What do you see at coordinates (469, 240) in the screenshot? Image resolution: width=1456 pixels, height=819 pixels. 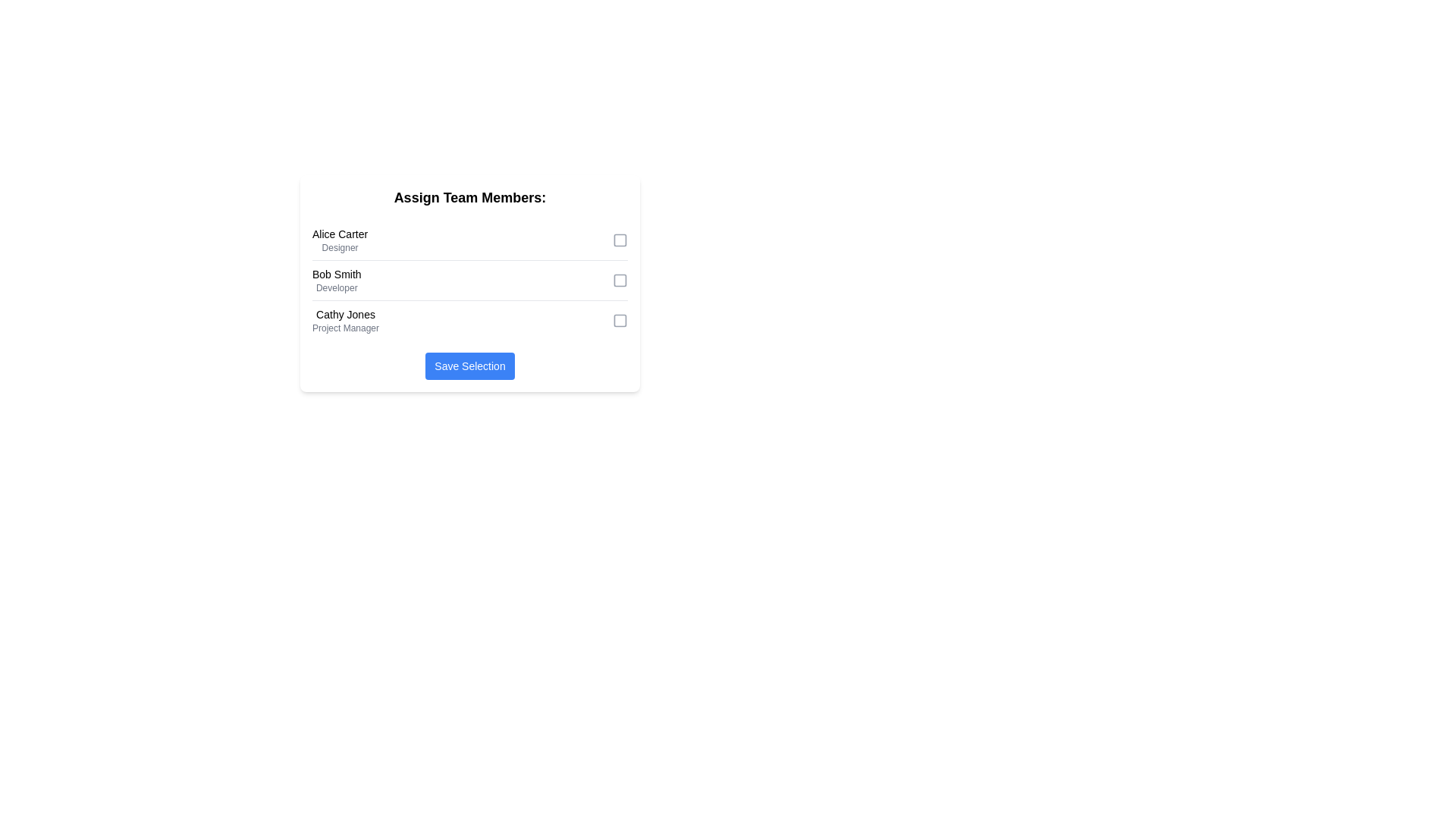 I see `the first selectable team member entry in the list, which includes a checkbox indicating selection status, located in the center of the interface` at bounding box center [469, 240].